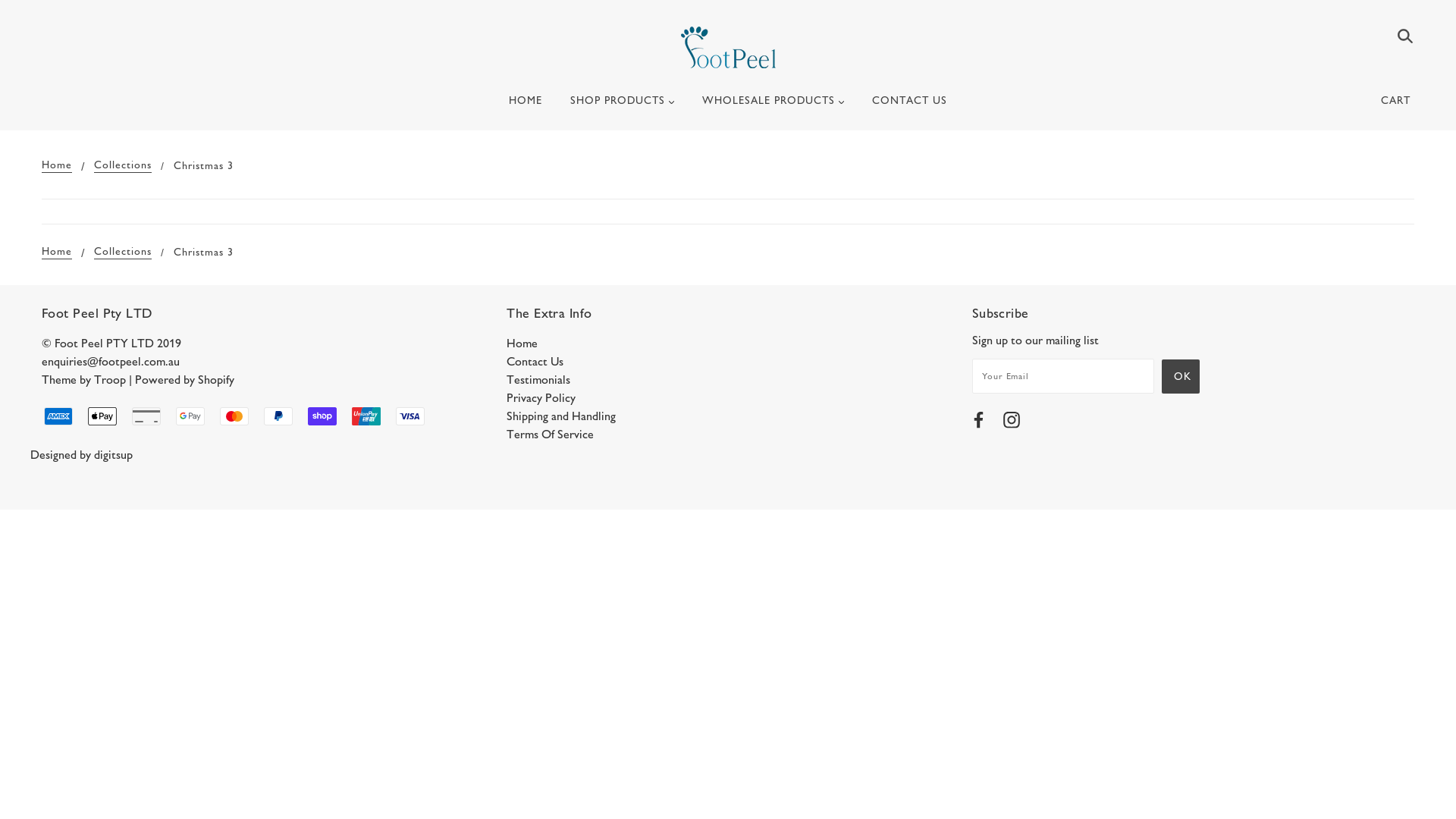 Image resolution: width=1456 pixels, height=819 pixels. What do you see at coordinates (773, 106) in the screenshot?
I see `'WHOLESALE PRODUCTS'` at bounding box center [773, 106].